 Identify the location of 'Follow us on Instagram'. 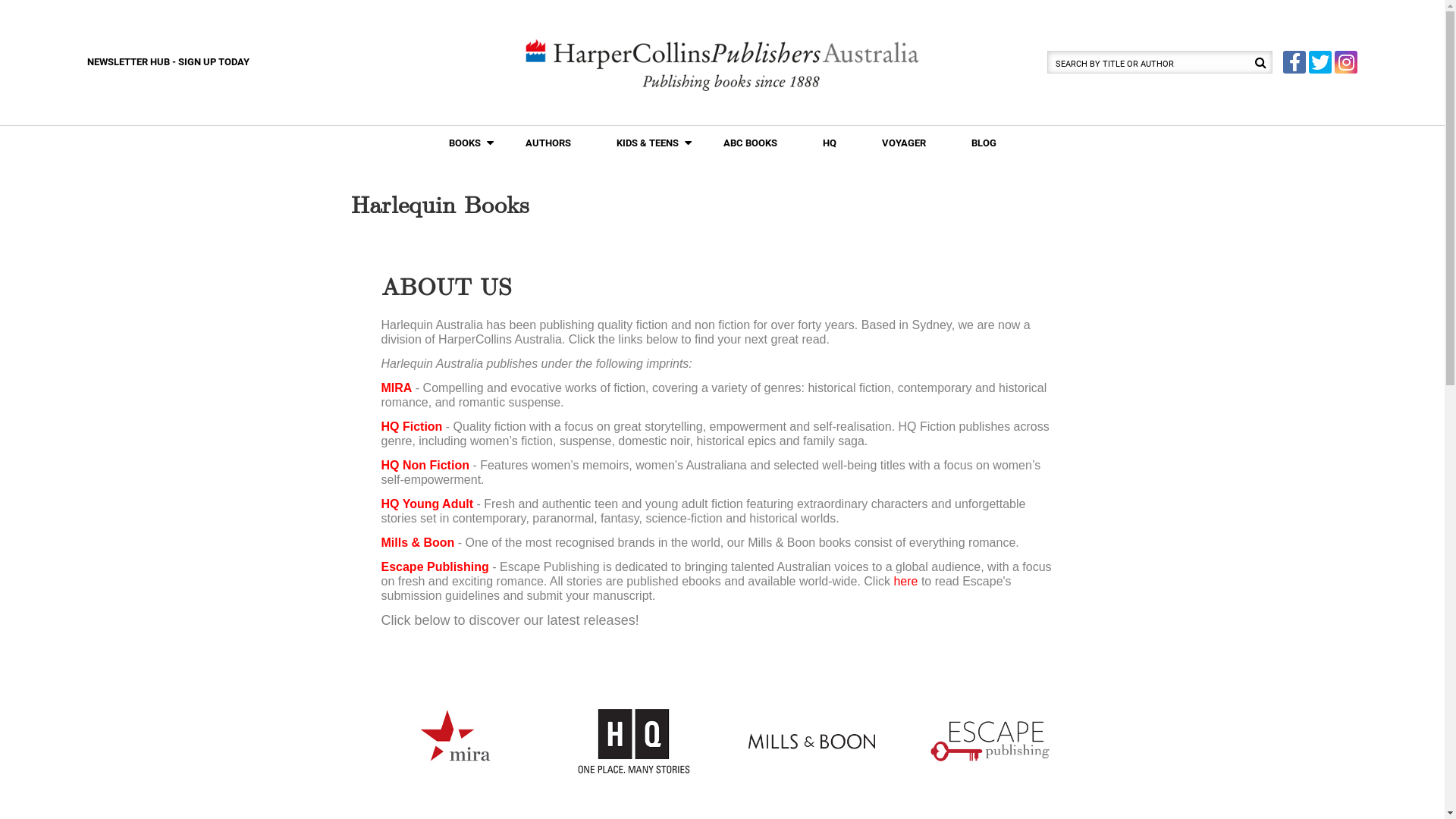
(1346, 61).